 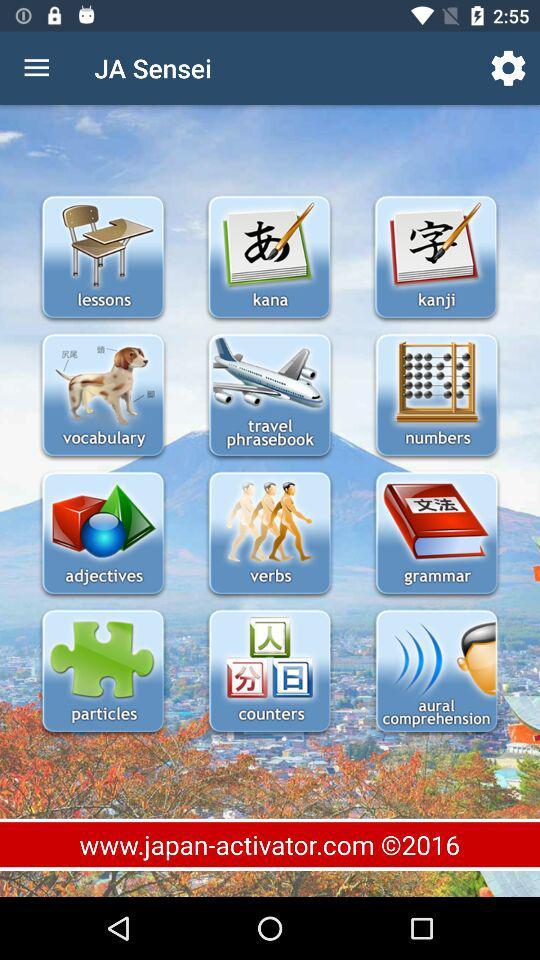 What do you see at coordinates (102, 258) in the screenshot?
I see `see a list of lessons` at bounding box center [102, 258].